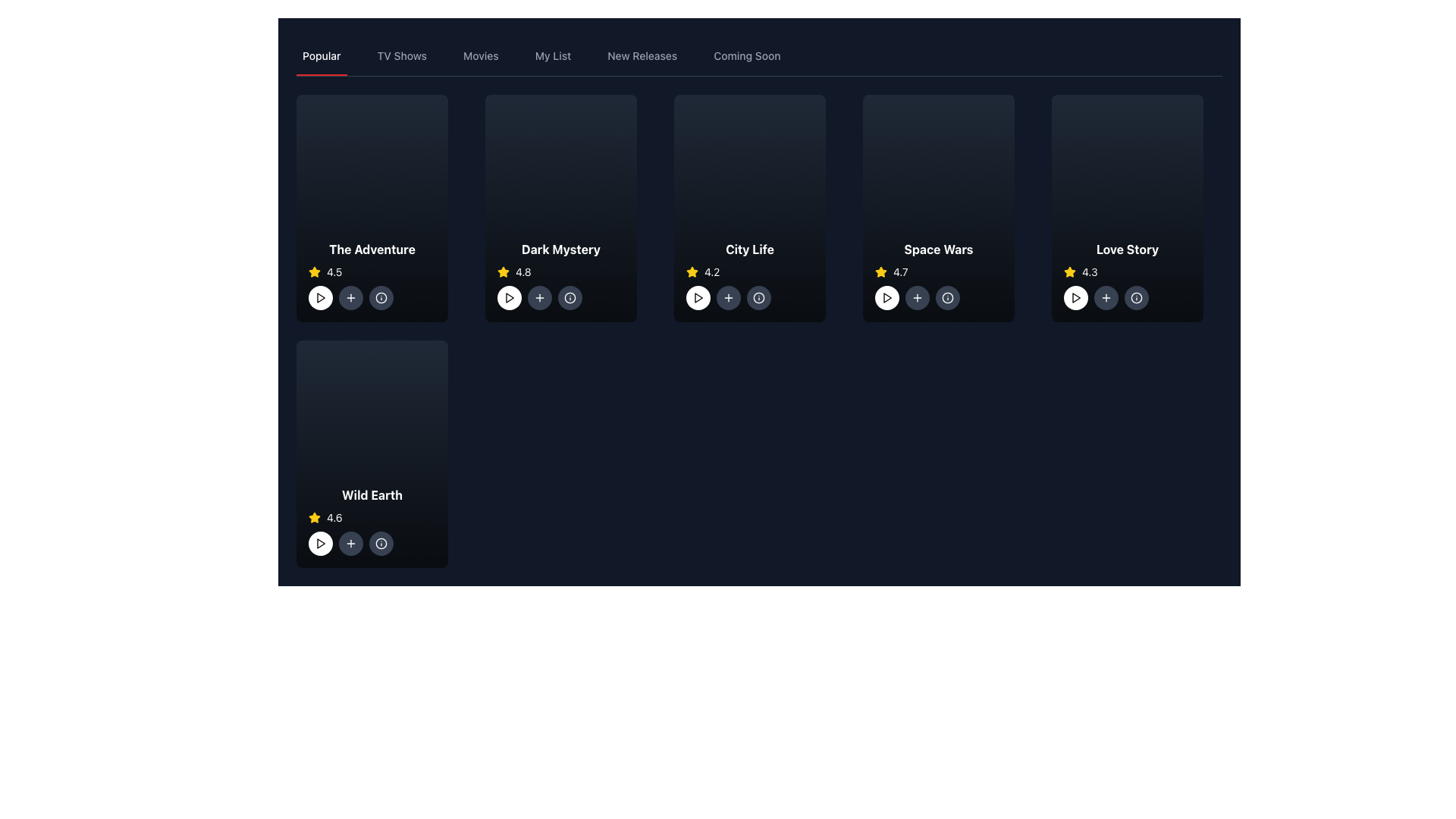 Image resolution: width=1456 pixels, height=819 pixels. What do you see at coordinates (916, 298) in the screenshot?
I see `the 'Add' button located inside the circular button at the bottom center of the third card in the second row of the grid` at bounding box center [916, 298].